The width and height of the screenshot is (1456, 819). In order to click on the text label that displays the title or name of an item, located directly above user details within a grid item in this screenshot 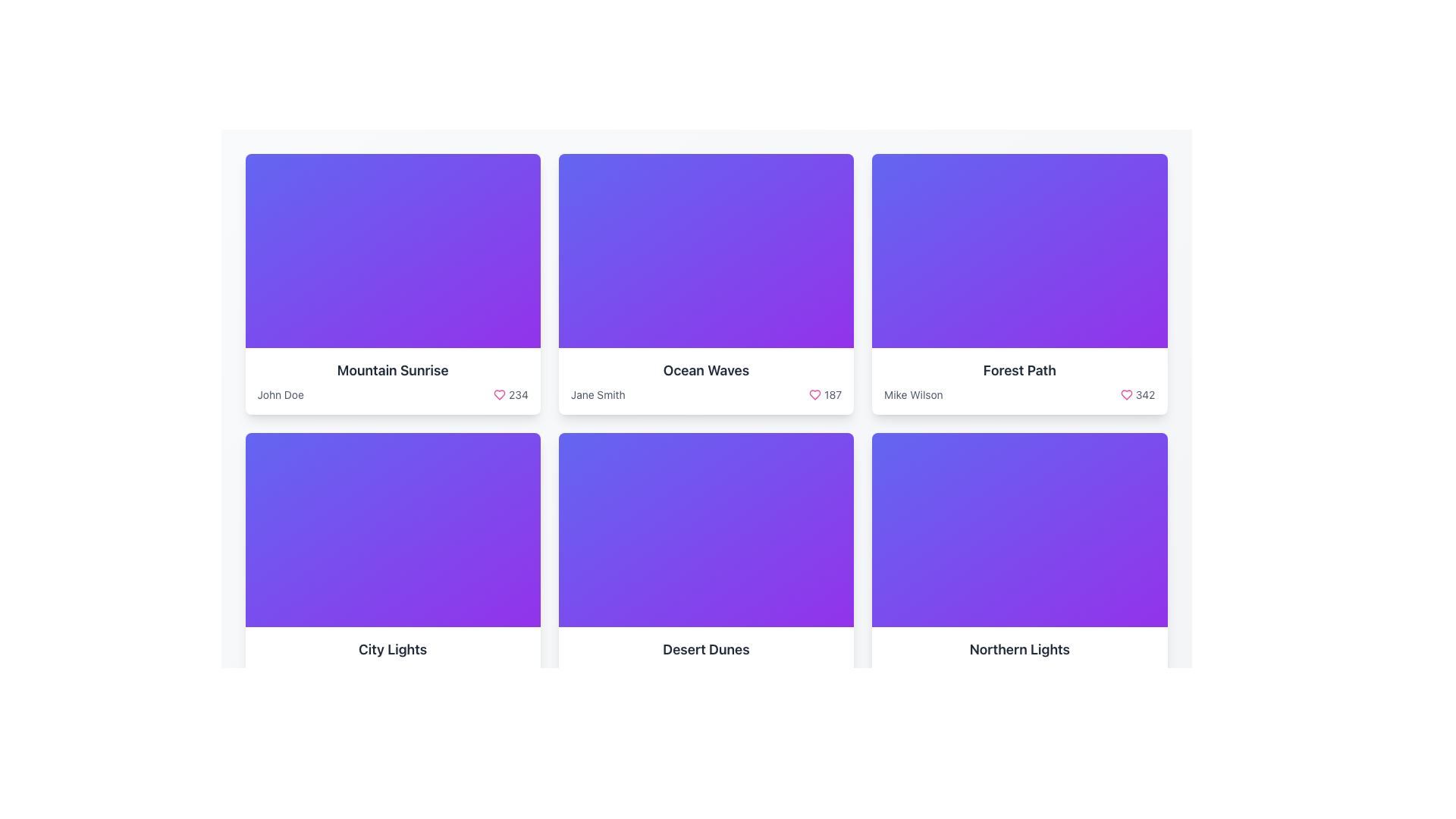, I will do `click(393, 371)`.